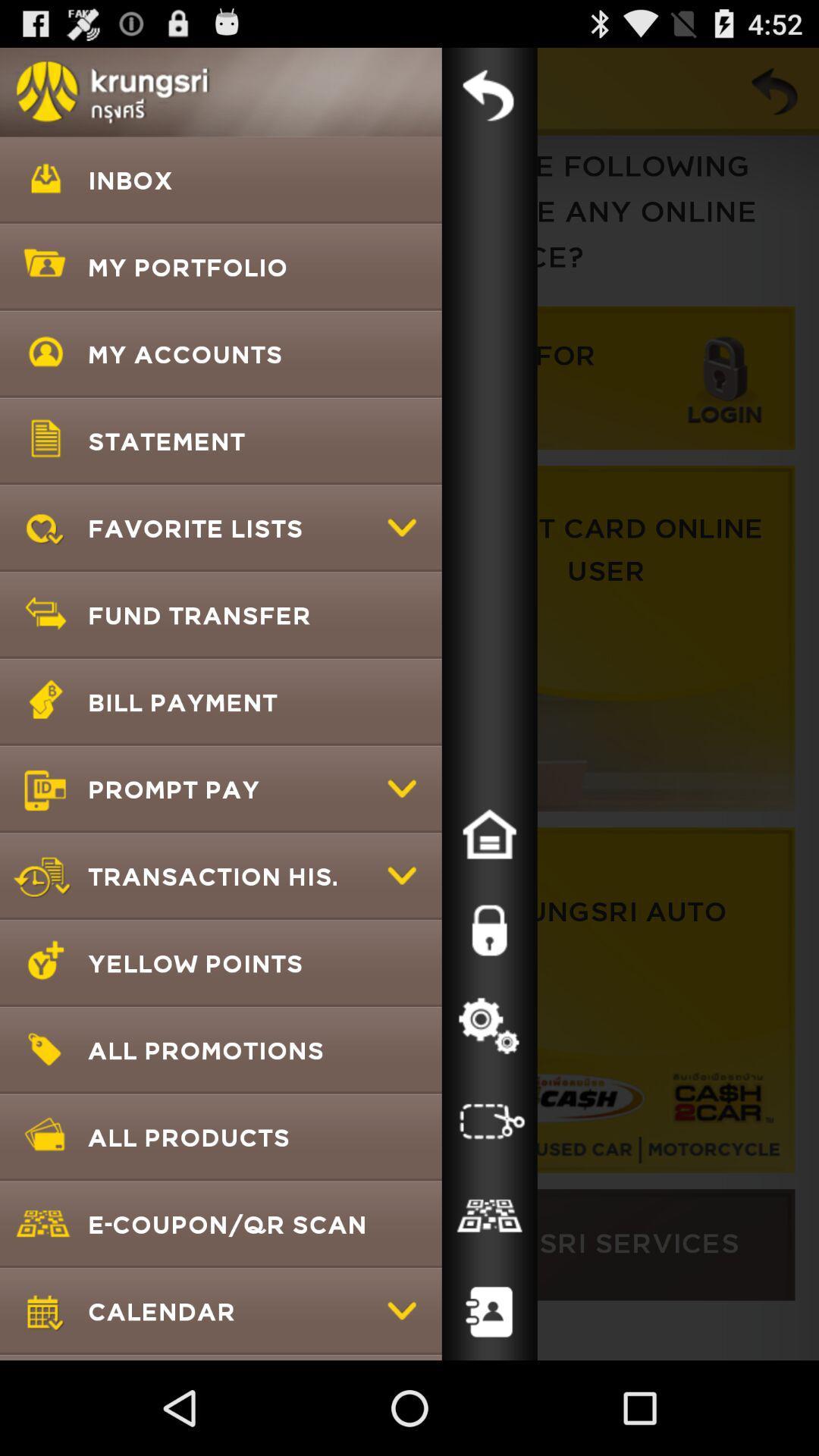 Image resolution: width=819 pixels, height=1456 pixels. I want to click on settings, so click(489, 1026).